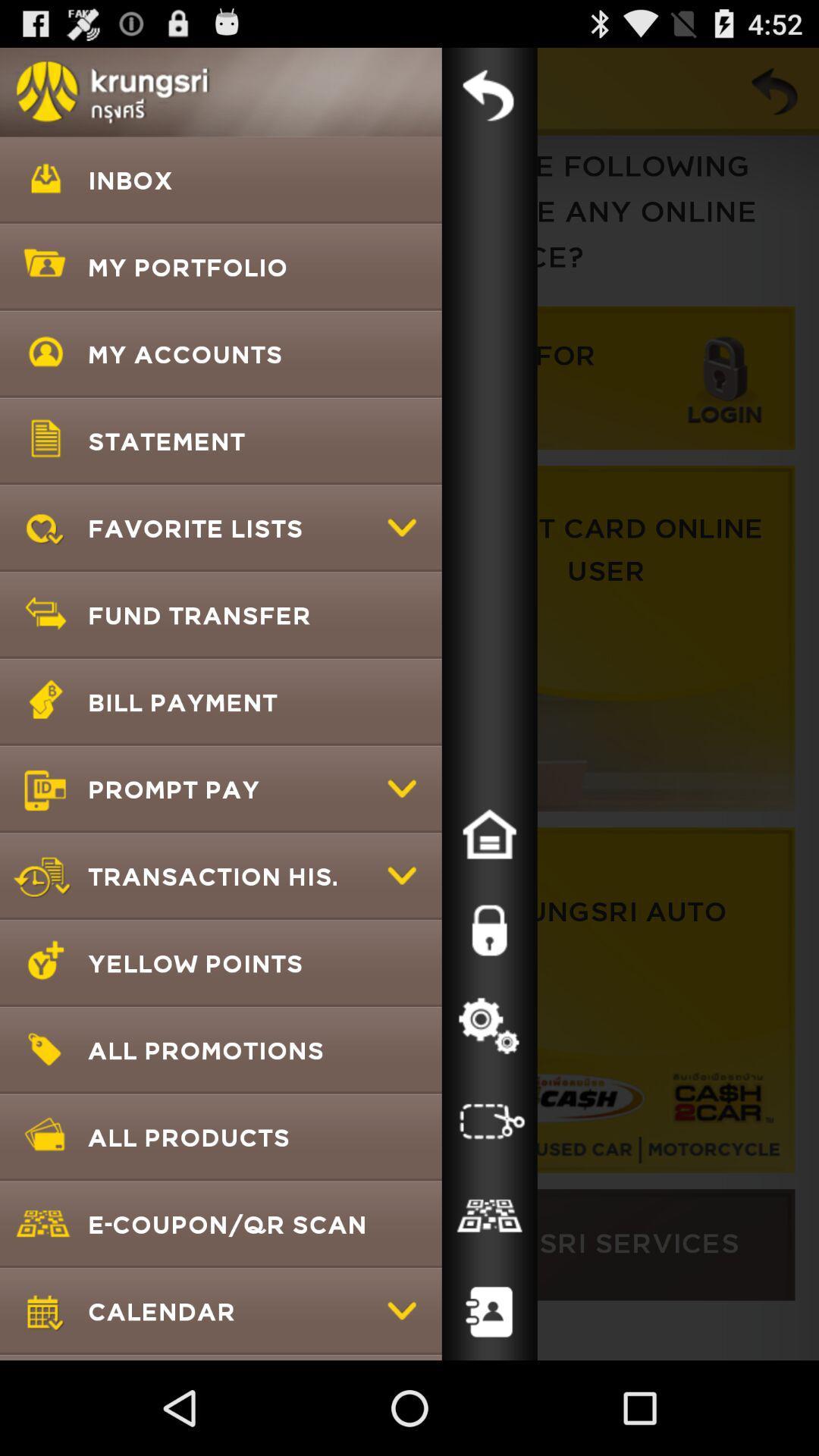 Image resolution: width=819 pixels, height=1456 pixels. I want to click on settings, so click(489, 1026).